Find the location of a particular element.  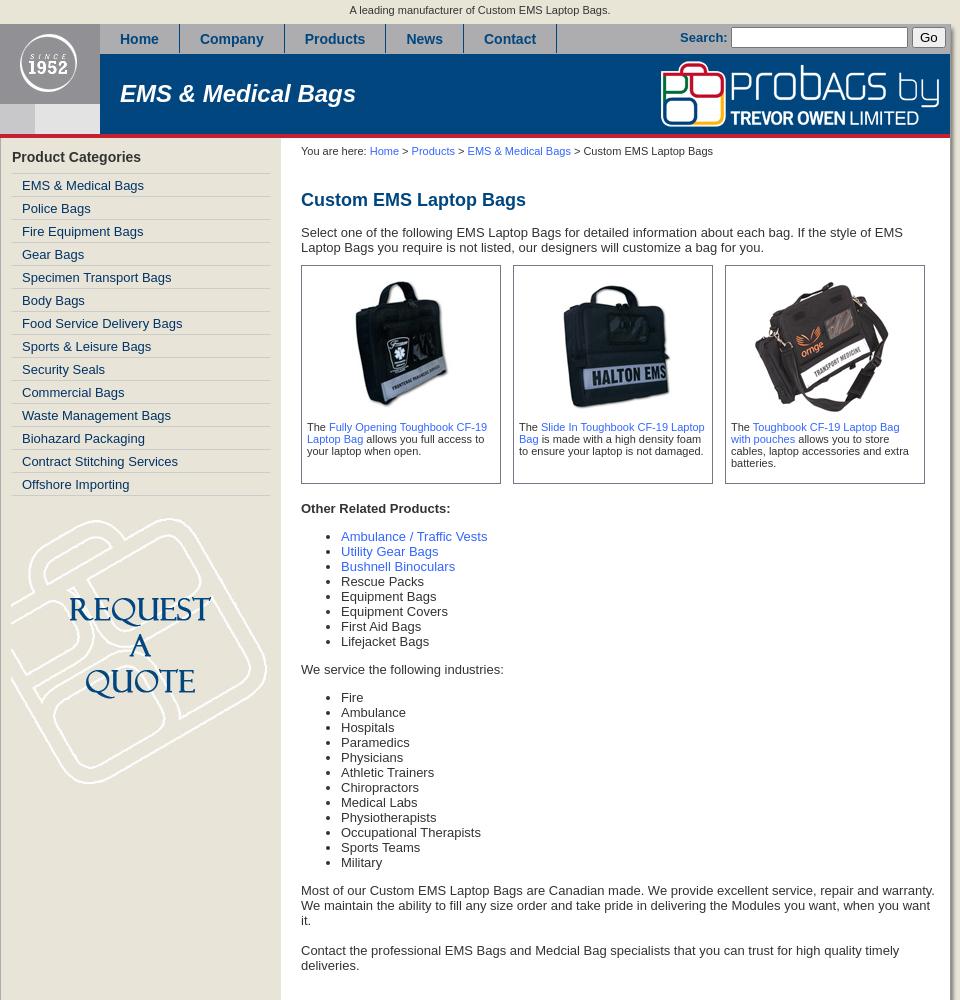

'We service the following industries:' is located at coordinates (400, 669).